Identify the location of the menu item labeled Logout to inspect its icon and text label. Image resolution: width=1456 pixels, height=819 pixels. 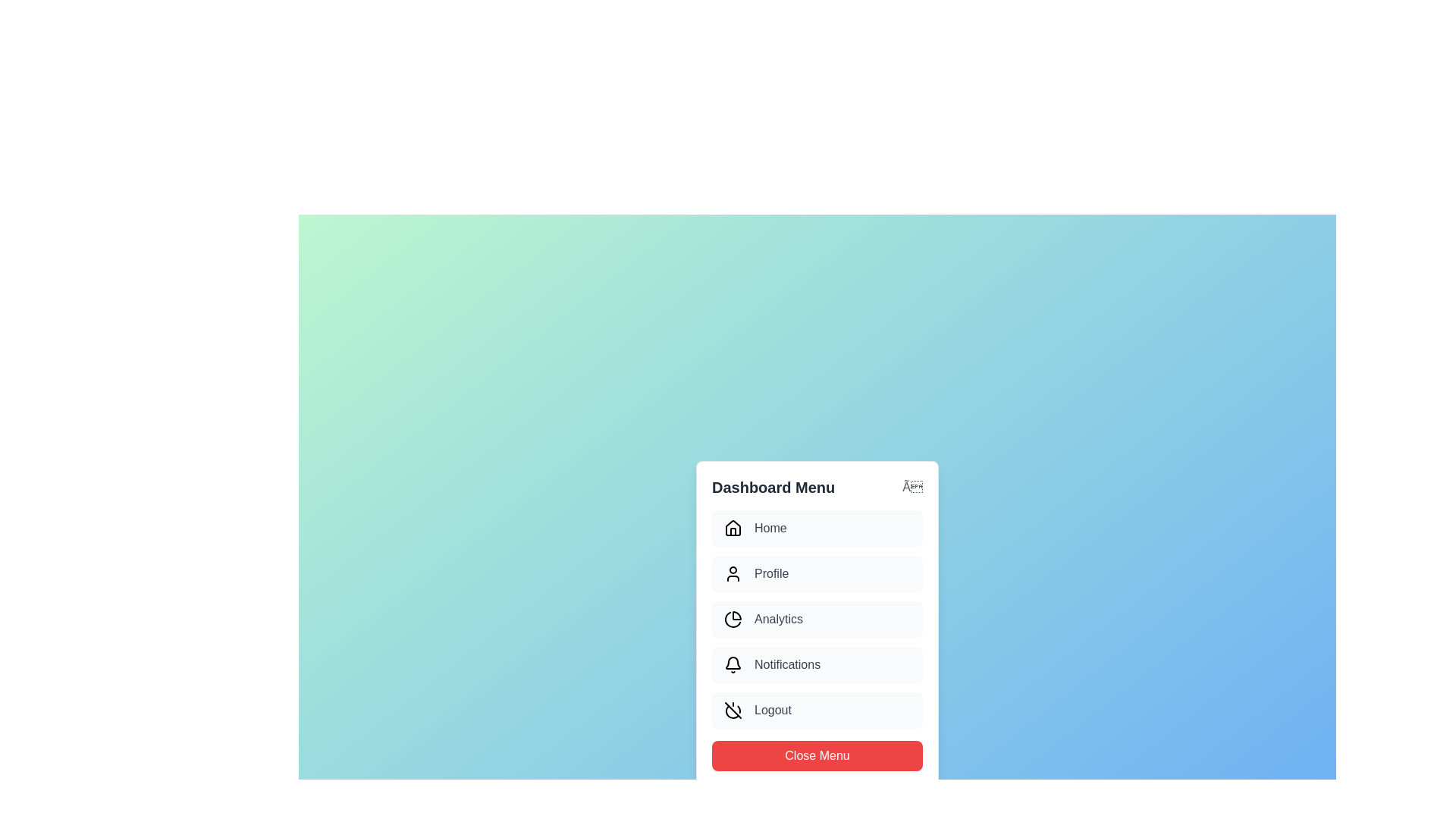
(817, 711).